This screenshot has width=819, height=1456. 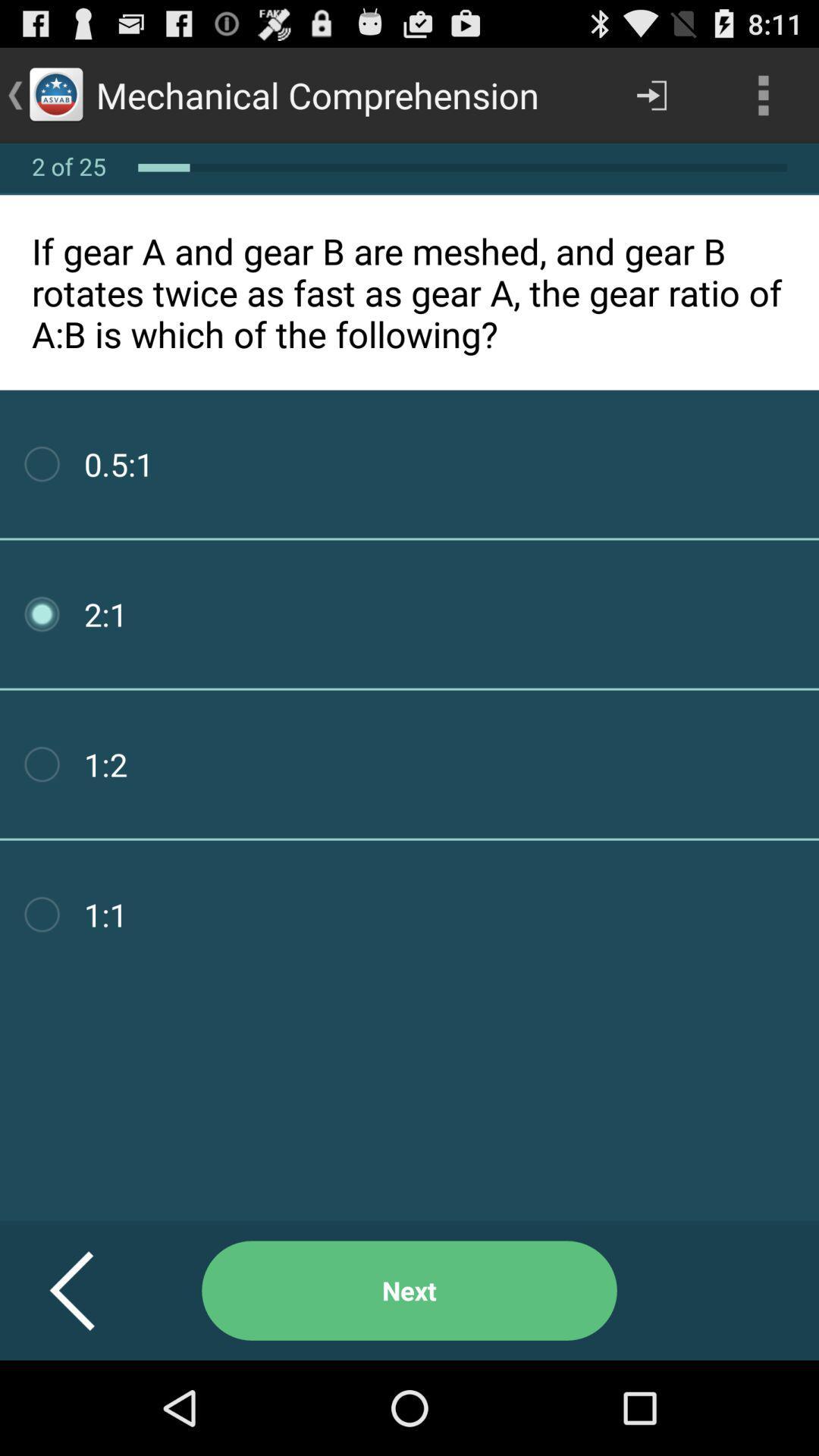 I want to click on the next icon, so click(x=409, y=1290).